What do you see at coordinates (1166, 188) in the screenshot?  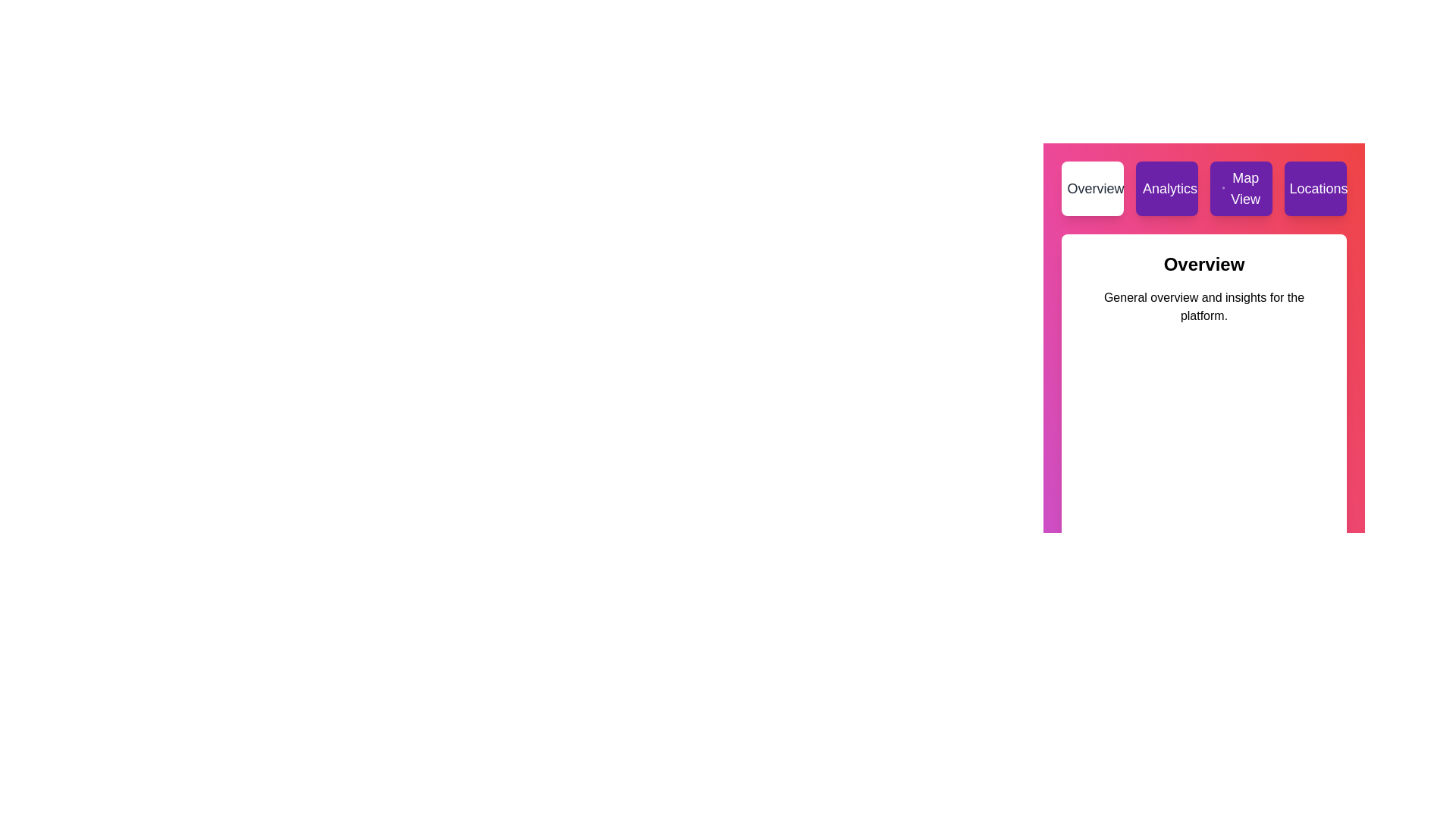 I see `the 'Analytics' button, which is a rectangular button with rounded corners, purple background, and white bold text` at bounding box center [1166, 188].